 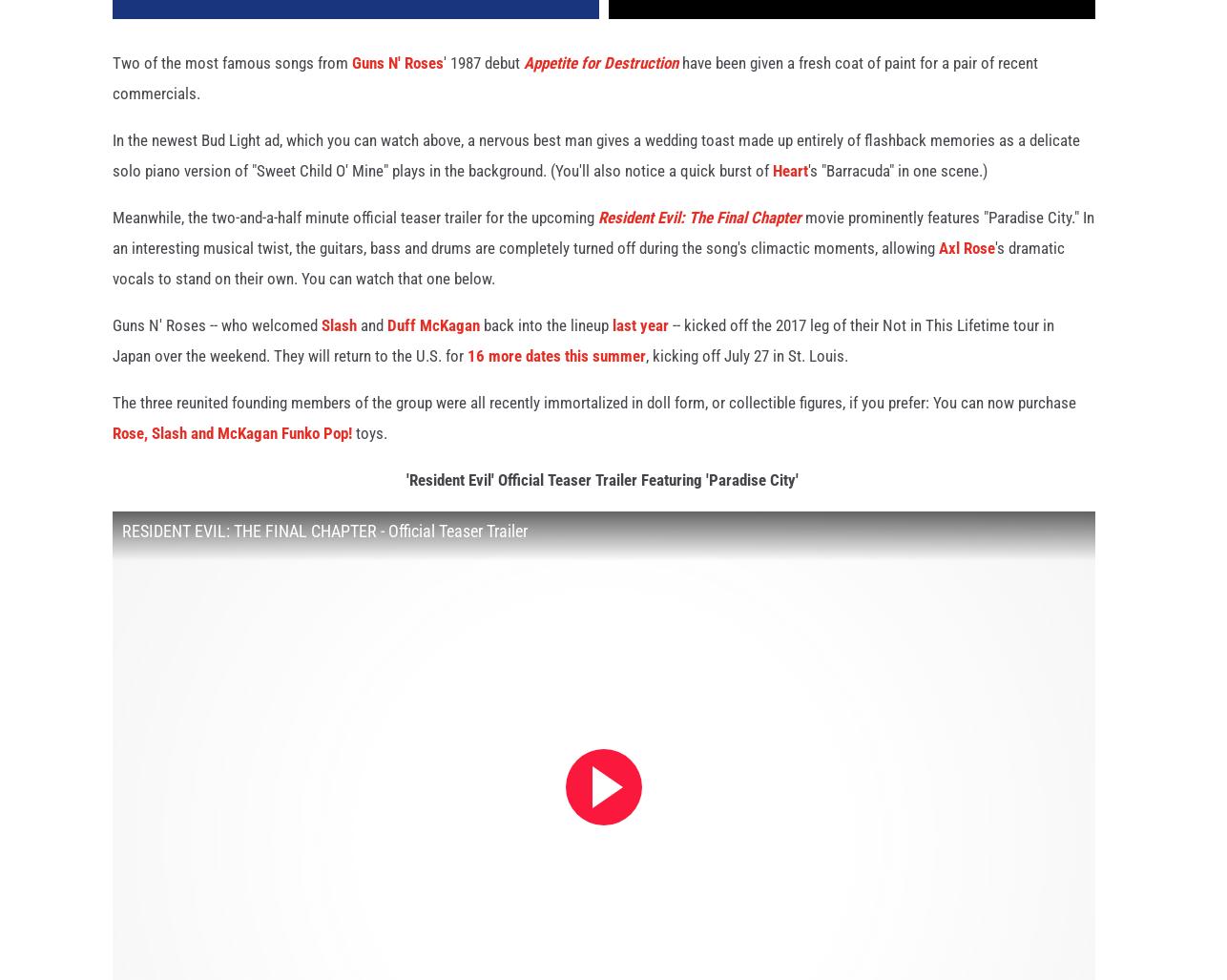 I want to click on 'Guns N' Roses -- who welcomed', so click(x=217, y=346).